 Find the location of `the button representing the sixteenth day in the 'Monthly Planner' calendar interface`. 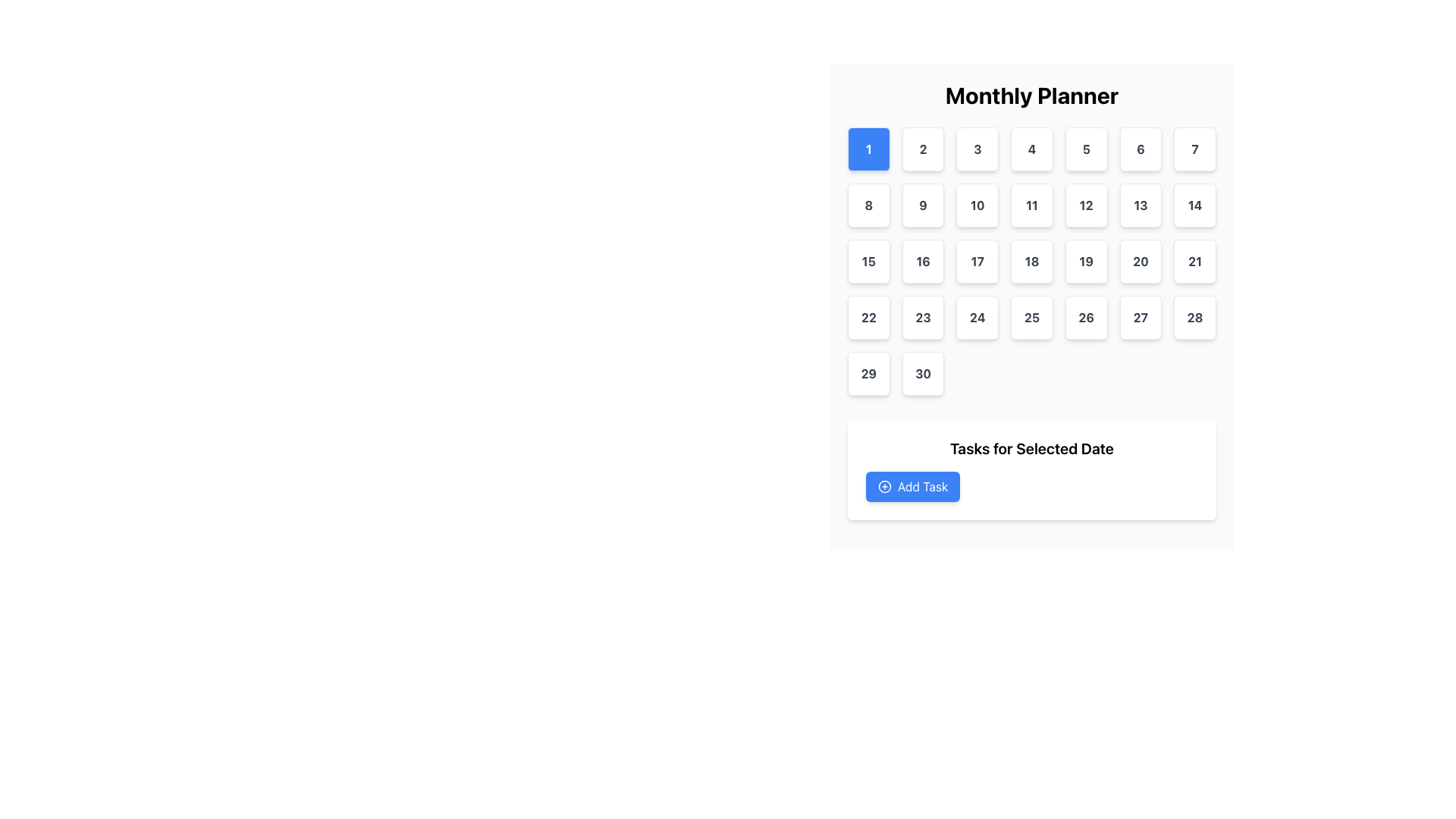

the button representing the sixteenth day in the 'Monthly Planner' calendar interface is located at coordinates (922, 260).